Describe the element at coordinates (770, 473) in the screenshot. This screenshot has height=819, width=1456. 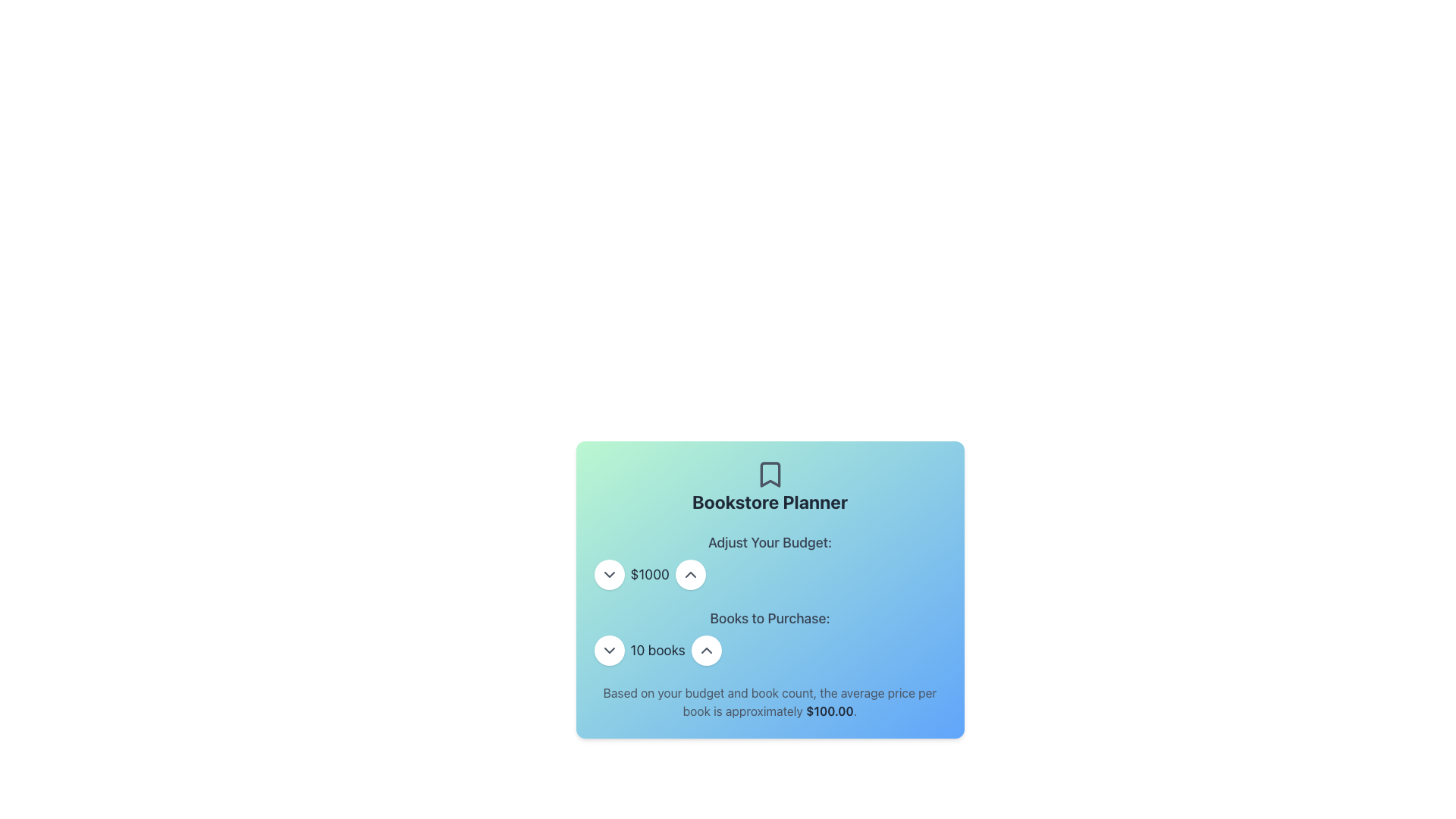
I see `the bookmark-shaped icon with a gray stroke design, located above the text 'Bookstore Planner' in the card section` at that location.